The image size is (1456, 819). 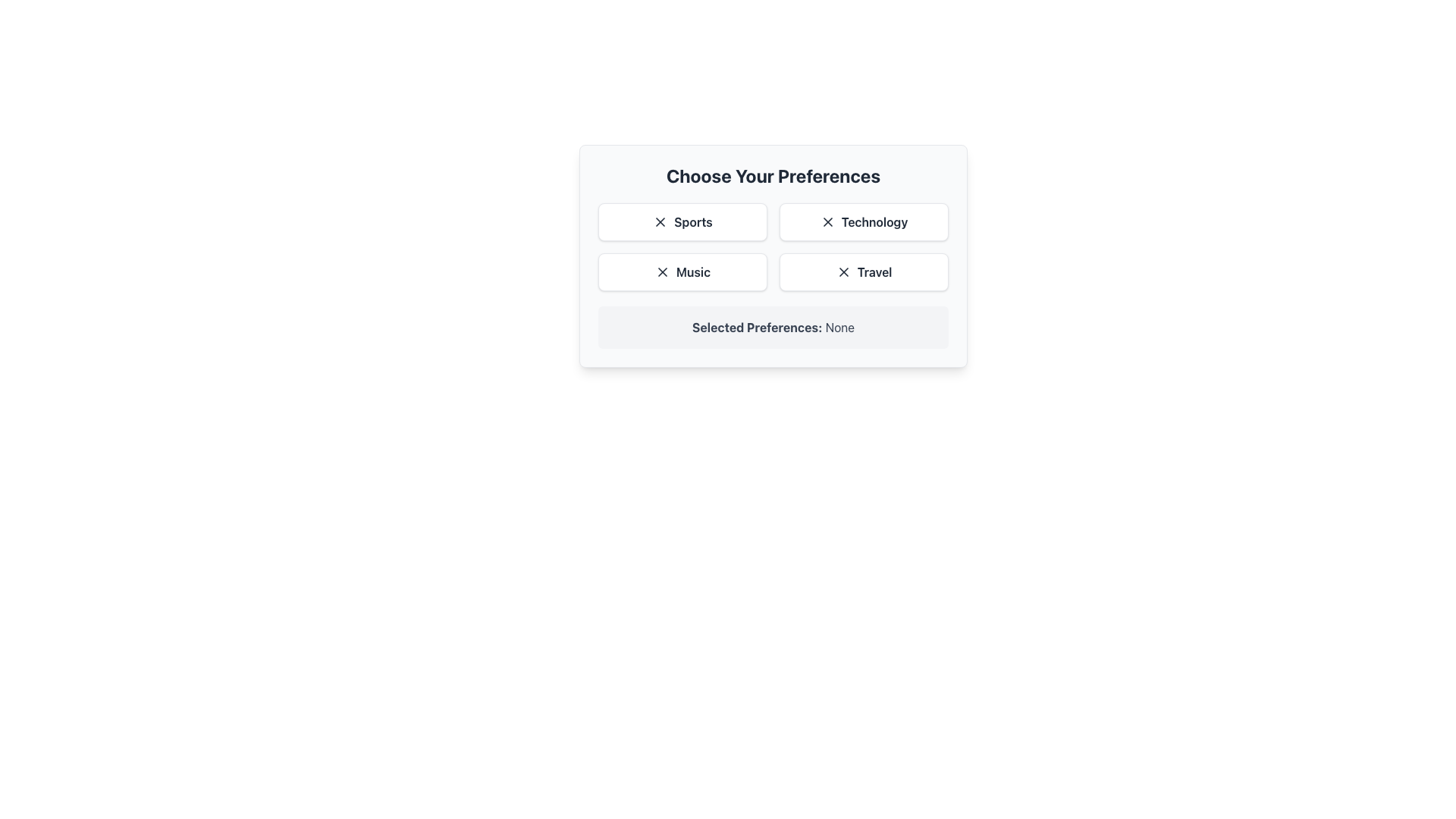 I want to click on the 'Technology' button, which features a left-aligned 'X' icon and gray text, so click(x=864, y=222).